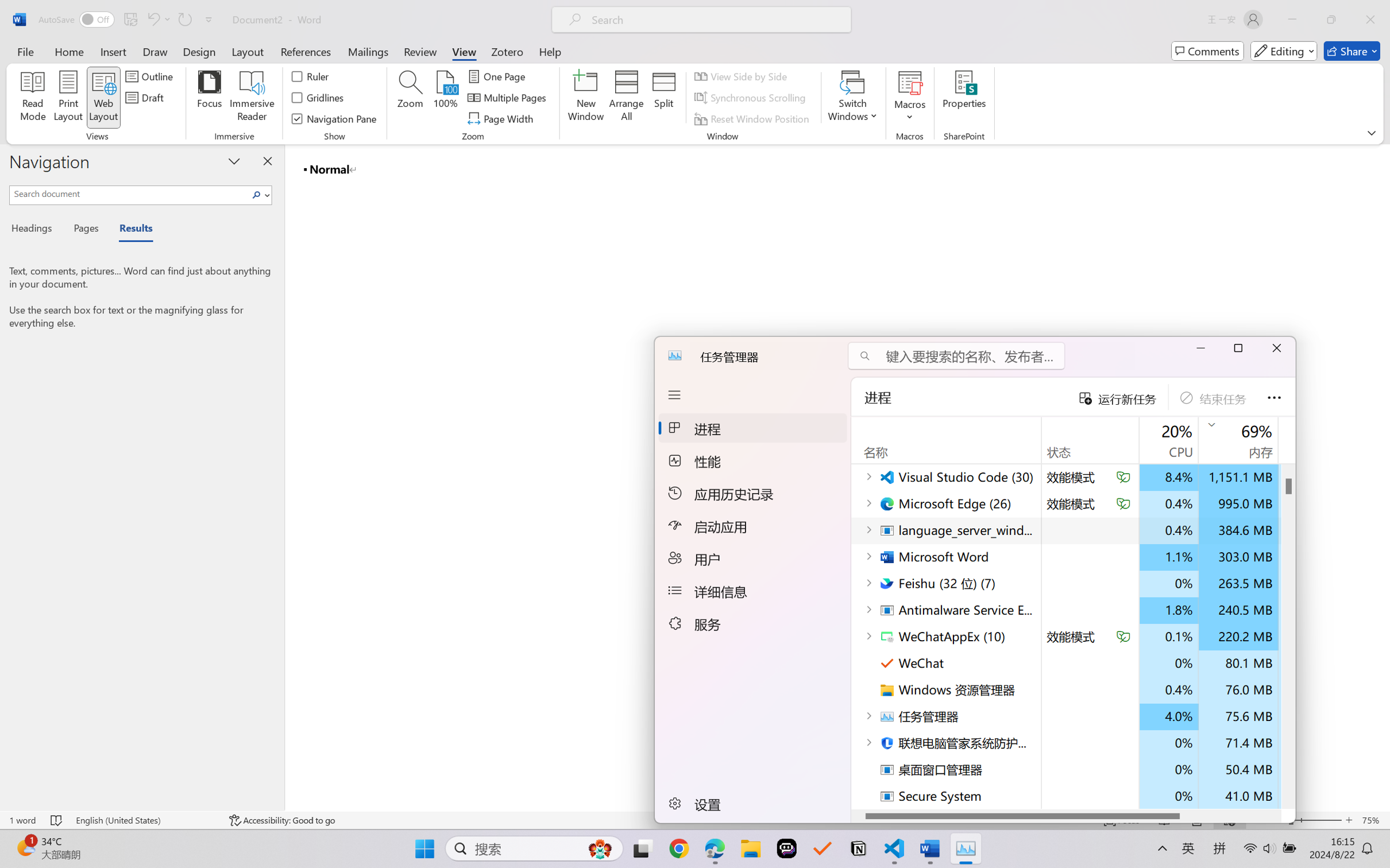 This screenshot has height=868, width=1390. What do you see at coordinates (157, 19) in the screenshot?
I see `'Undo <ApplyStyleToDoc>b__0'` at bounding box center [157, 19].